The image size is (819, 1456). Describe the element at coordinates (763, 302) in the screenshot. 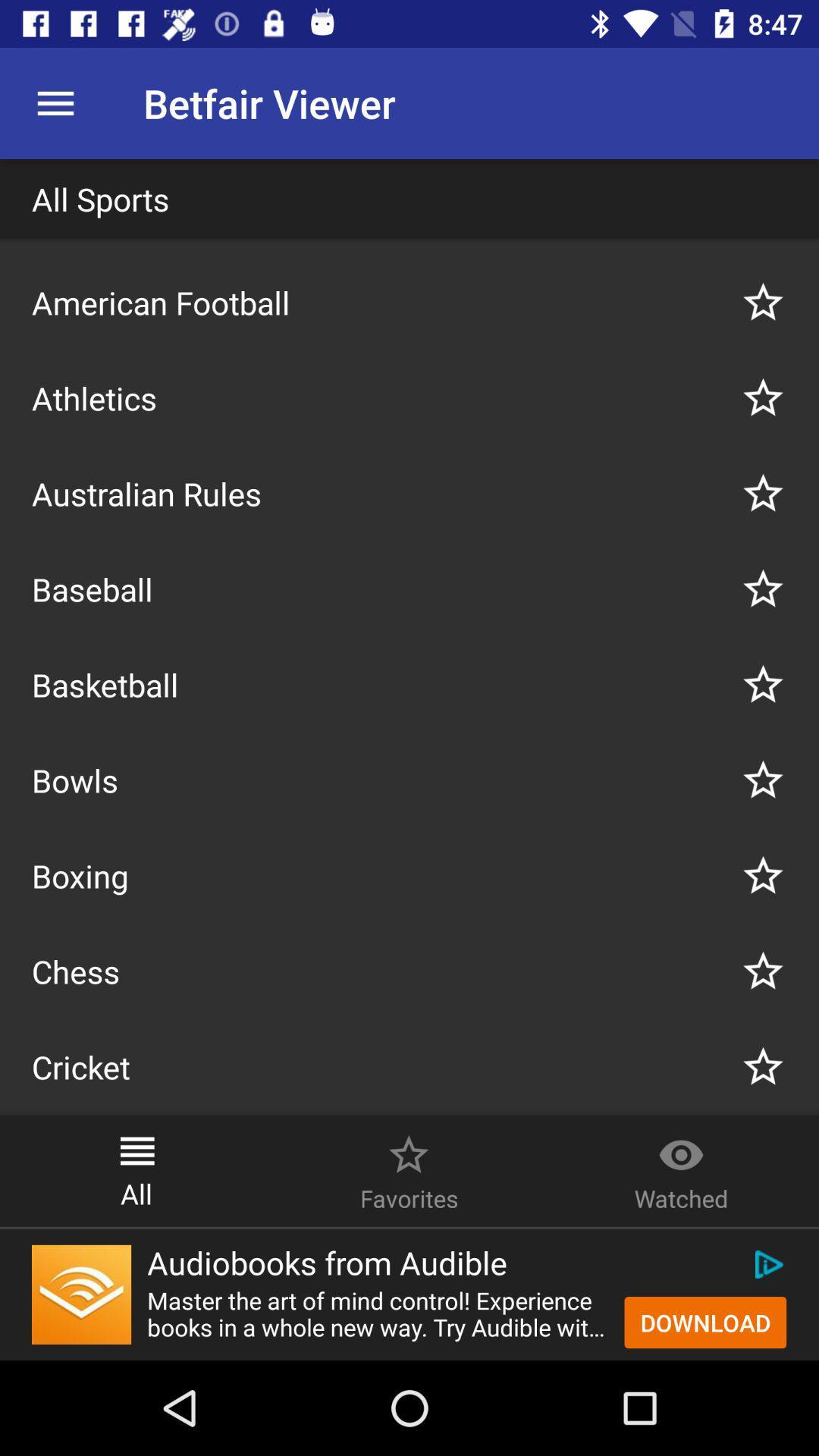

I see `favorite icon right to american football` at that location.